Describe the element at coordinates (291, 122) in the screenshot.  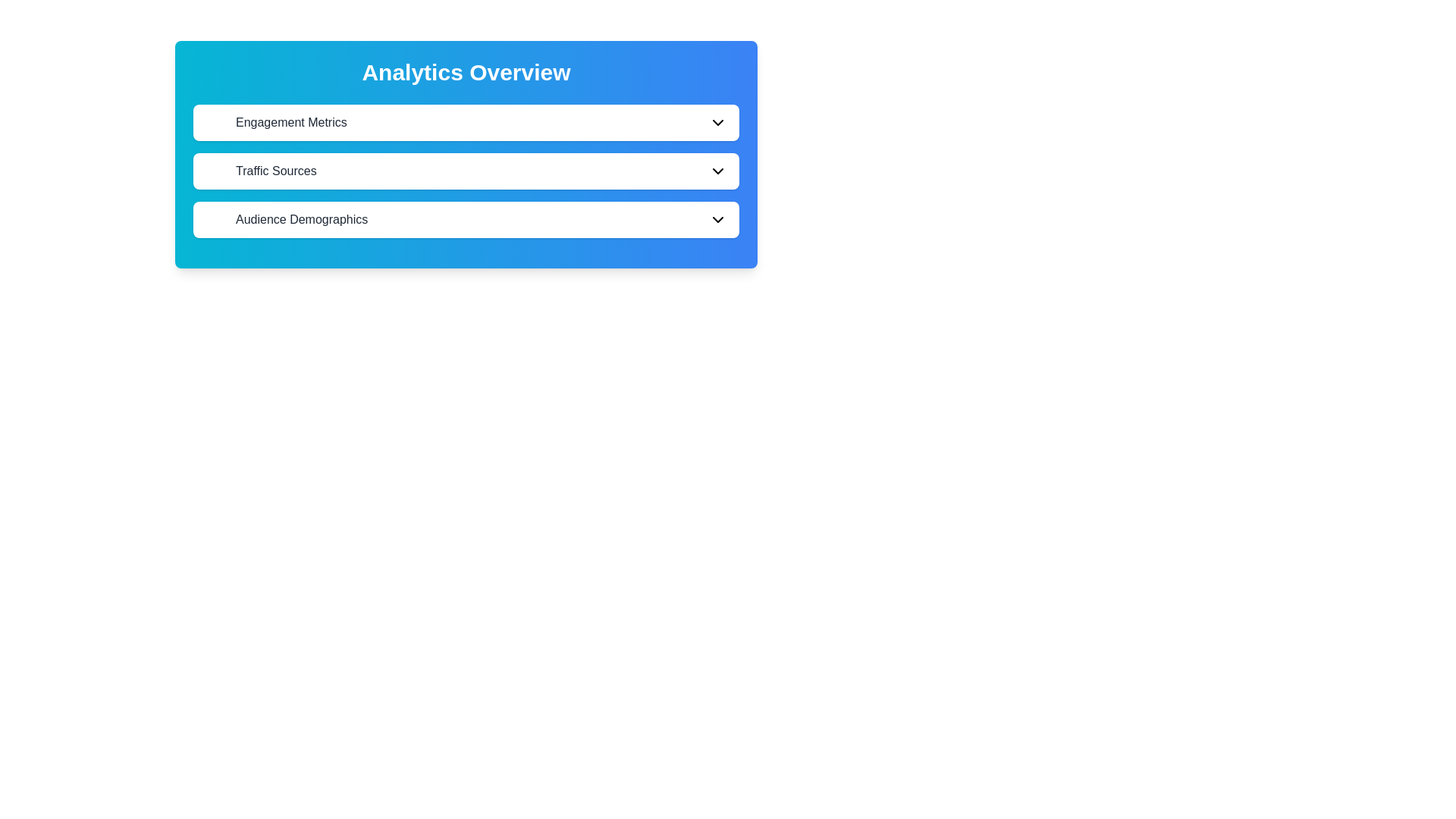
I see `the static text label or header indicating 'Engagement Metrics', located below the 'Analytics Overview' title and to the right of a user silhouette icon` at that location.